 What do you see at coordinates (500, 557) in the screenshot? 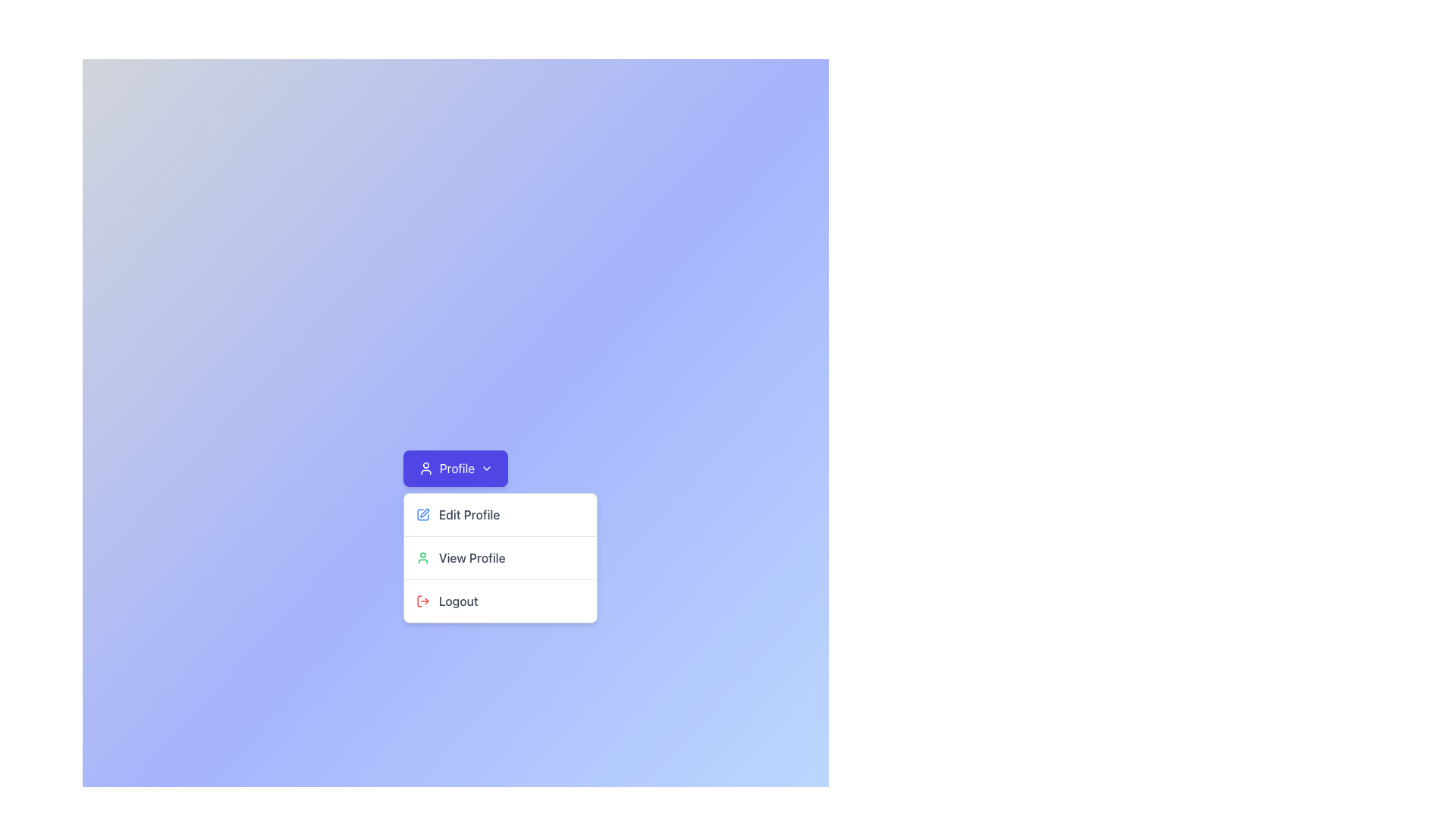
I see `the second list item labeled 'View Profile' under the 'Profile' menu` at bounding box center [500, 557].